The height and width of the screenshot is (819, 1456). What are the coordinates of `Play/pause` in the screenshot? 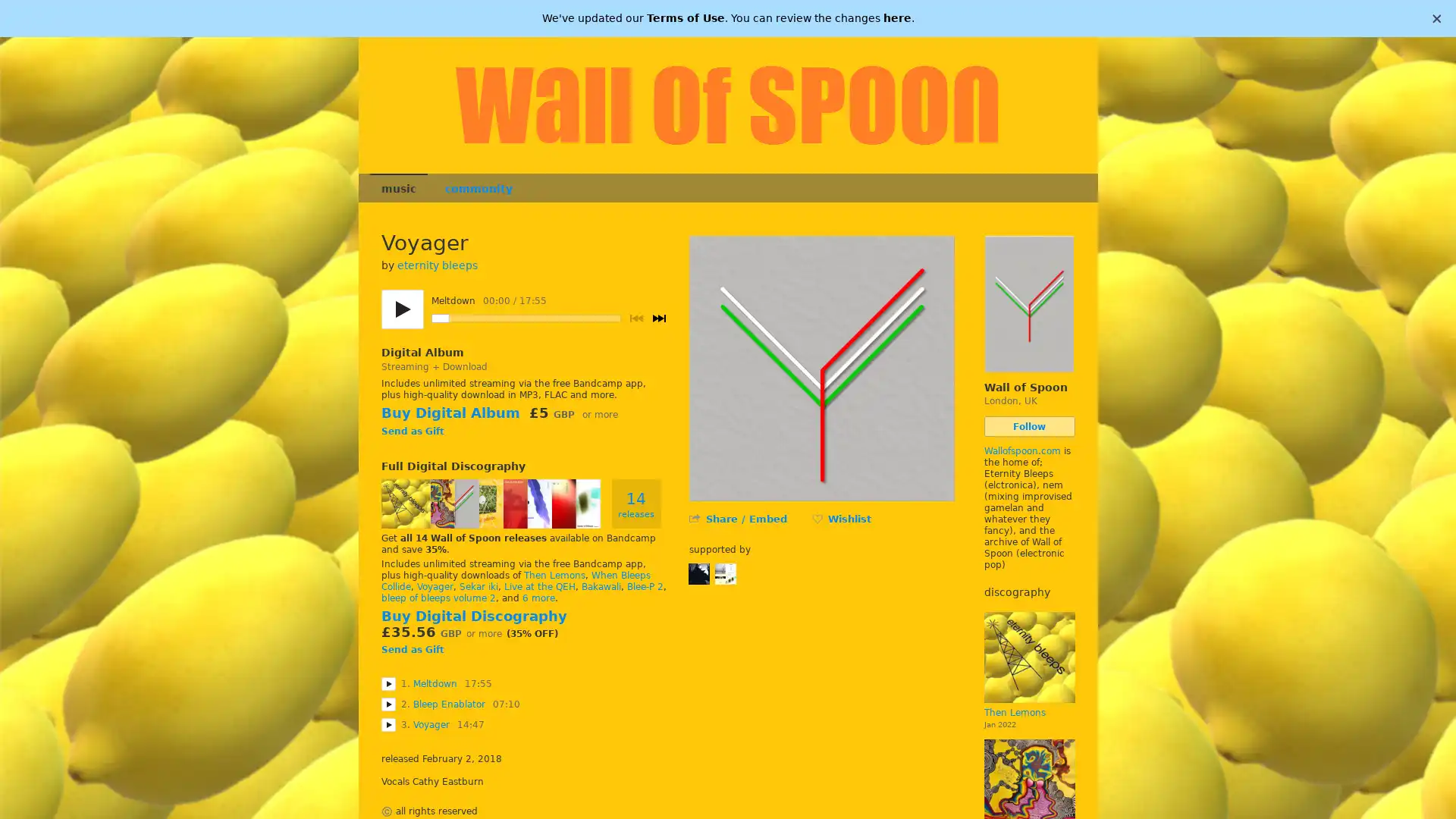 It's located at (401, 309).